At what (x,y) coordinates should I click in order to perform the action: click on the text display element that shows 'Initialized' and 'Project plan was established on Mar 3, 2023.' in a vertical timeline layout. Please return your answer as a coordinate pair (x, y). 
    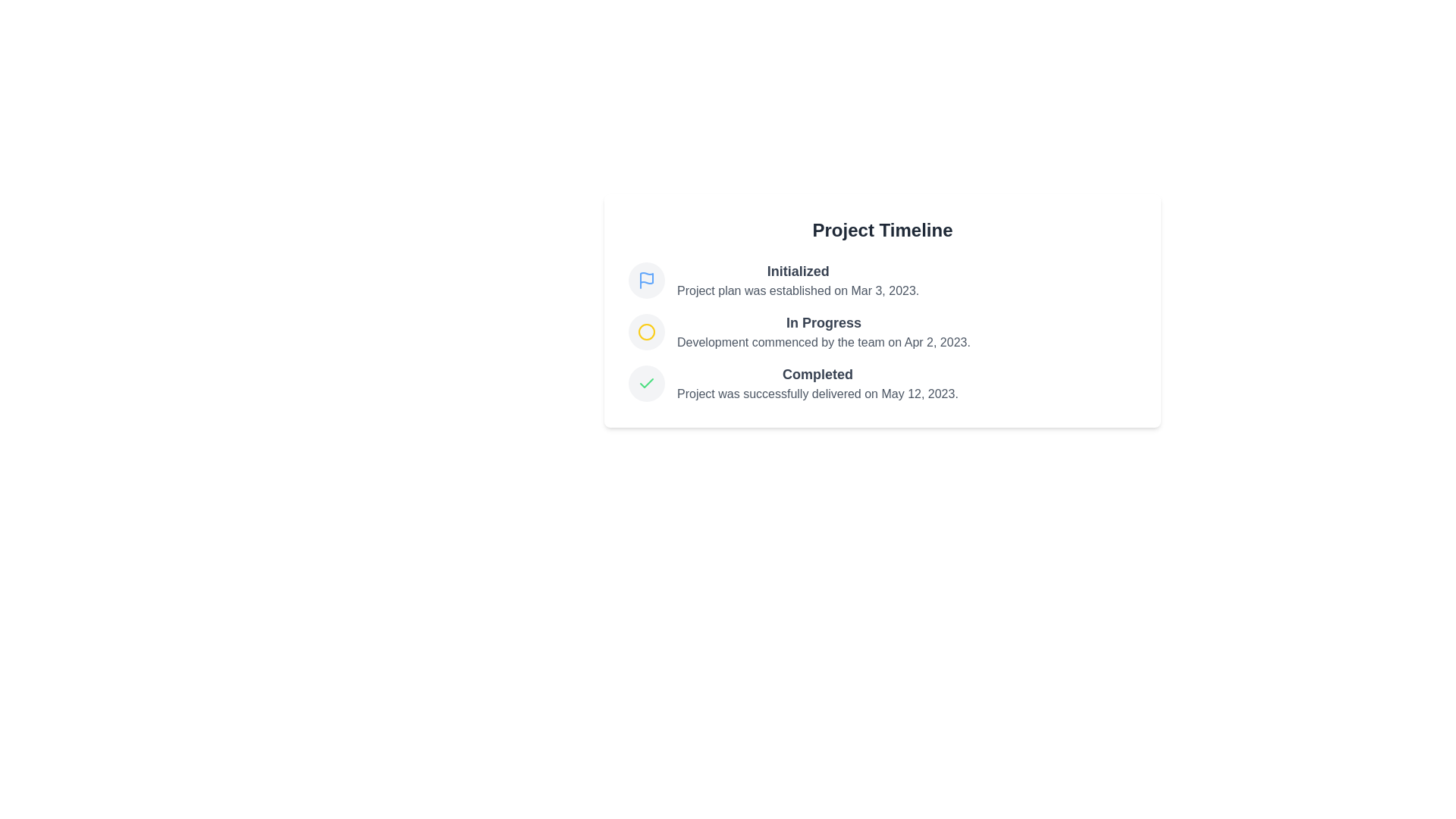
    Looking at the image, I should click on (797, 281).